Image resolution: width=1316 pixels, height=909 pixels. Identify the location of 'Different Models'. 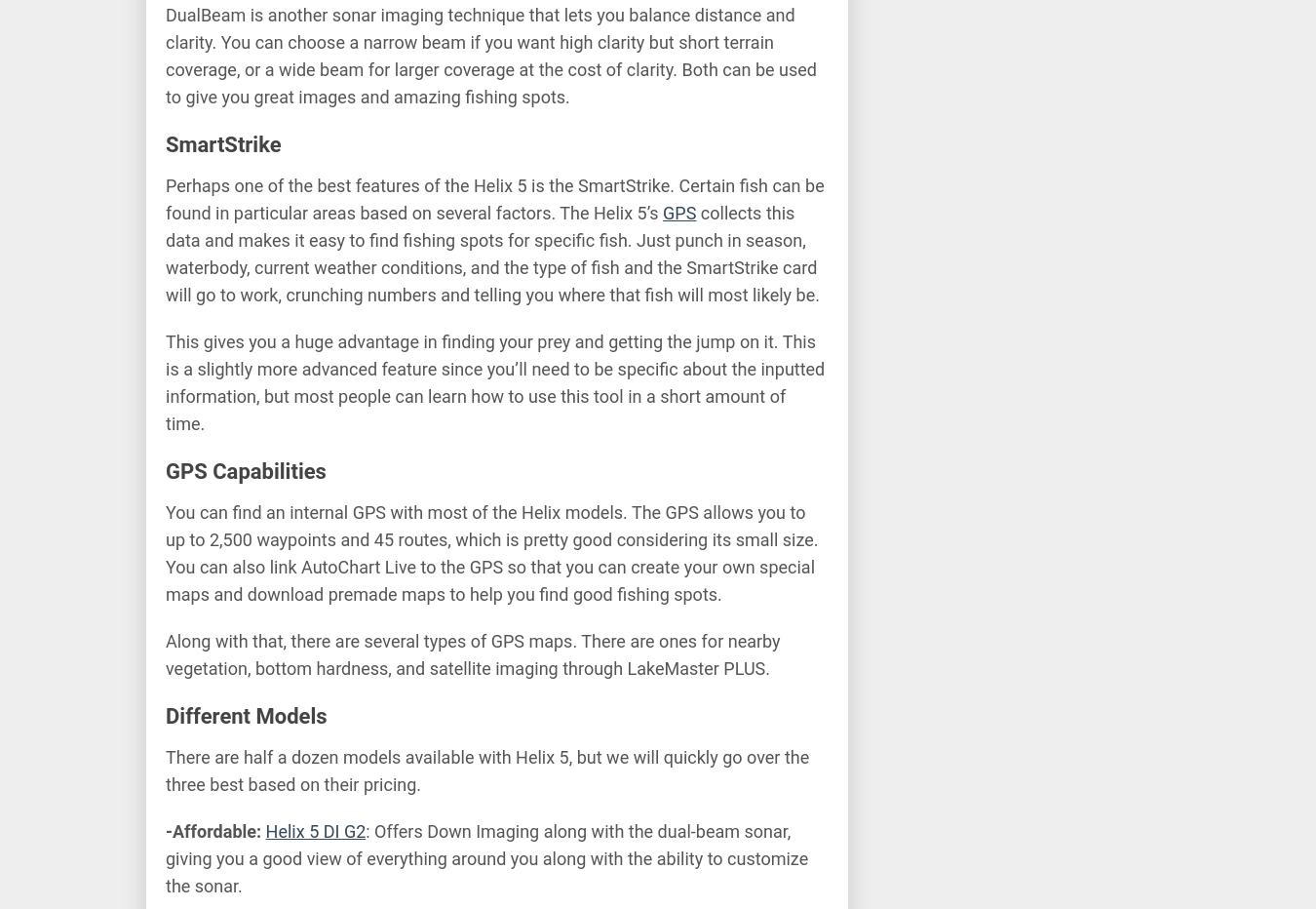
(245, 714).